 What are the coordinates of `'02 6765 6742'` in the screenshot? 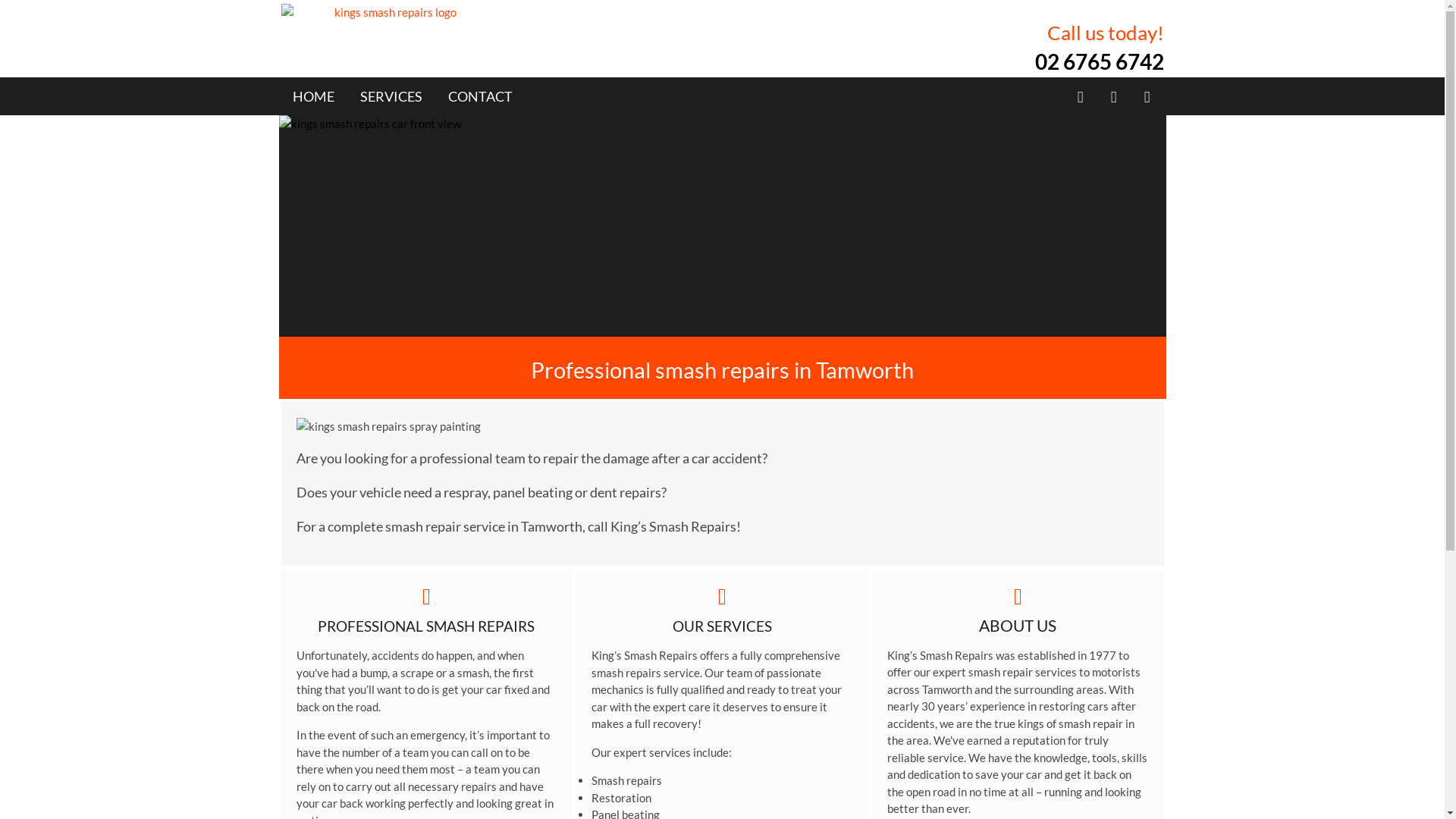 It's located at (1033, 61).